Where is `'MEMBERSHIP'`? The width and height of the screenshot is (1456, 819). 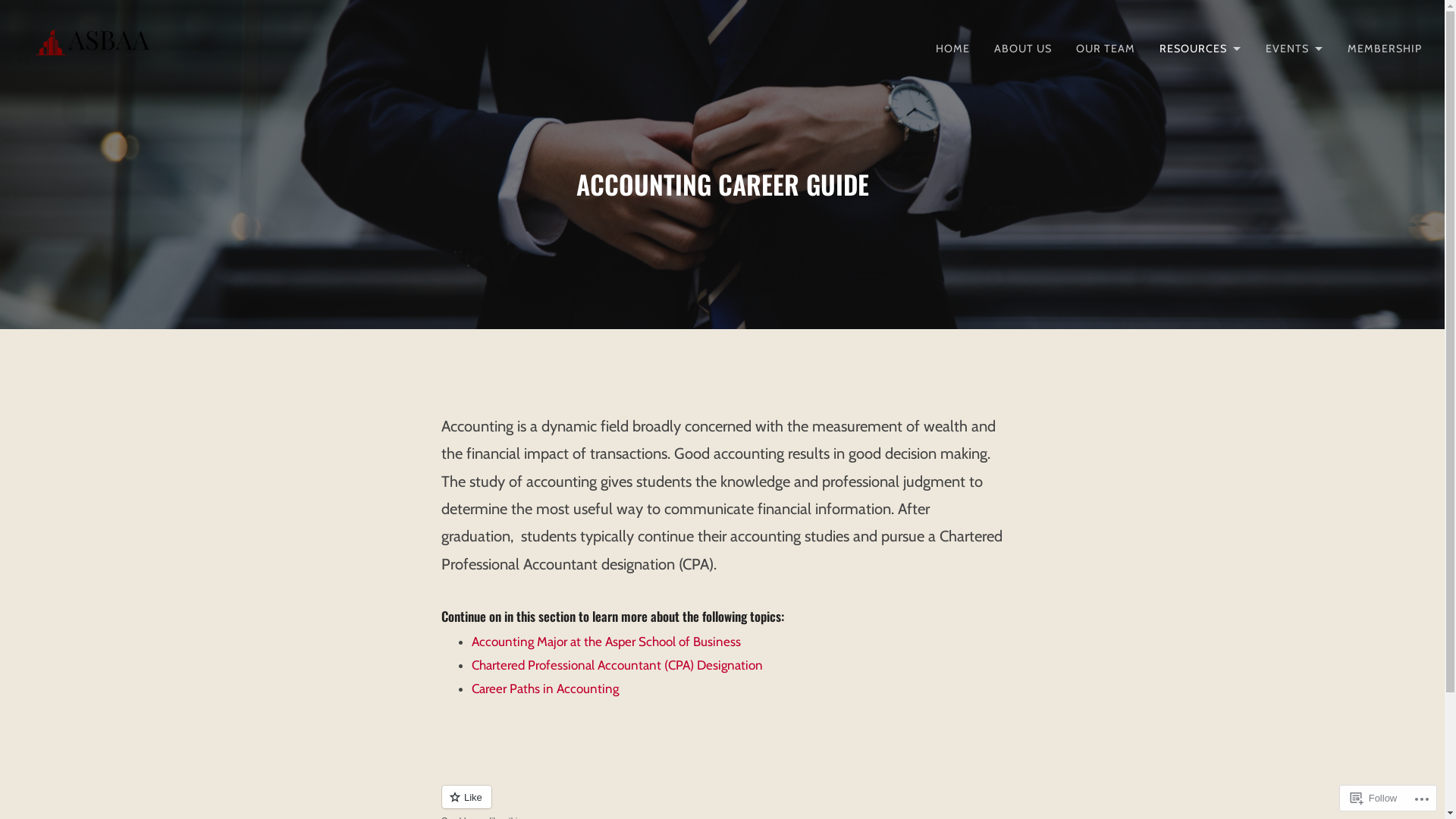 'MEMBERSHIP' is located at coordinates (1384, 48).